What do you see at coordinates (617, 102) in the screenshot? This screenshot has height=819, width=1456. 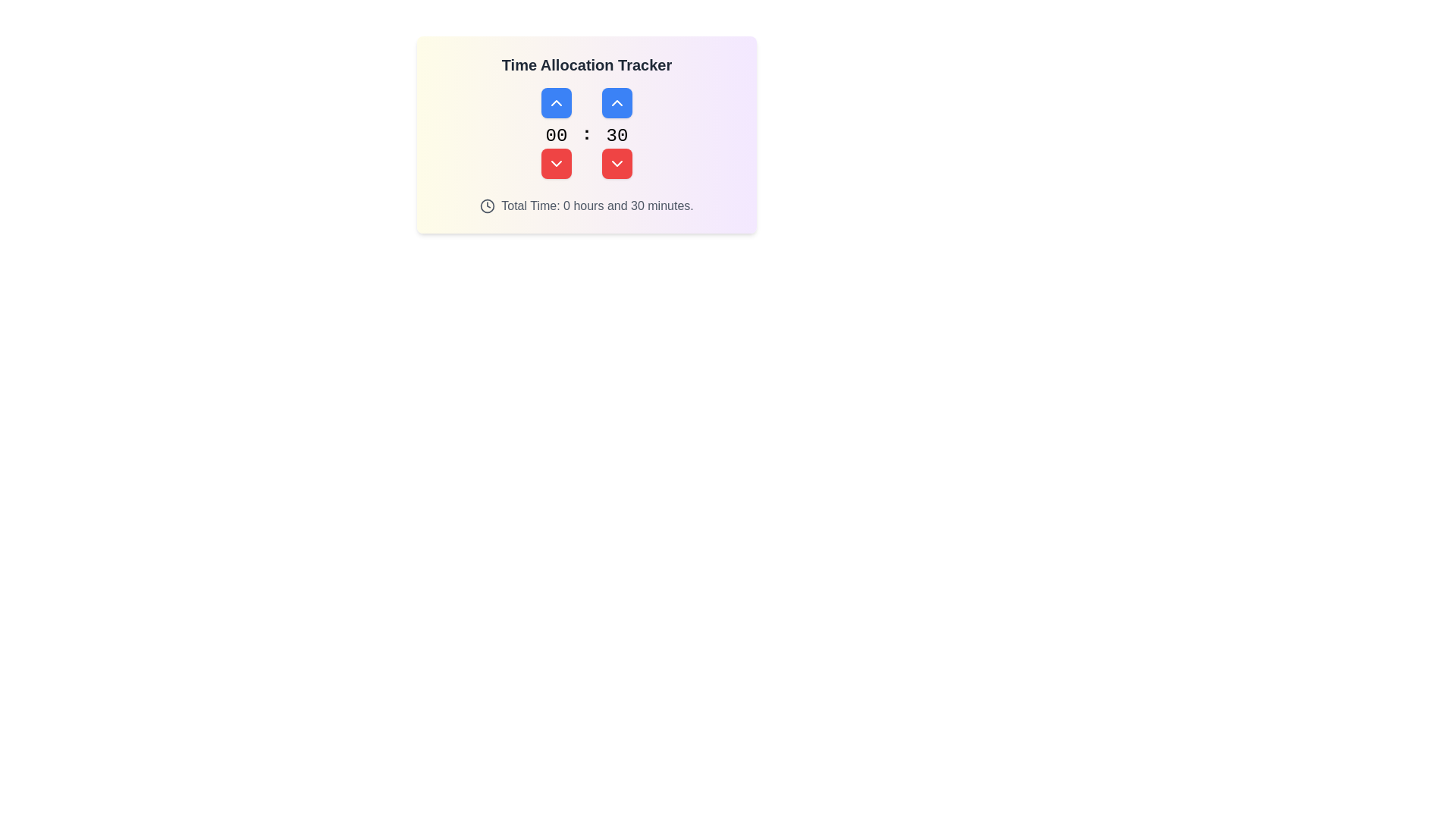 I see `the blue button with rounded corners and a white upward-pointing chevron icon located above the number '30' in the 'Time Allocation Tracker' section to increment the associated value` at bounding box center [617, 102].